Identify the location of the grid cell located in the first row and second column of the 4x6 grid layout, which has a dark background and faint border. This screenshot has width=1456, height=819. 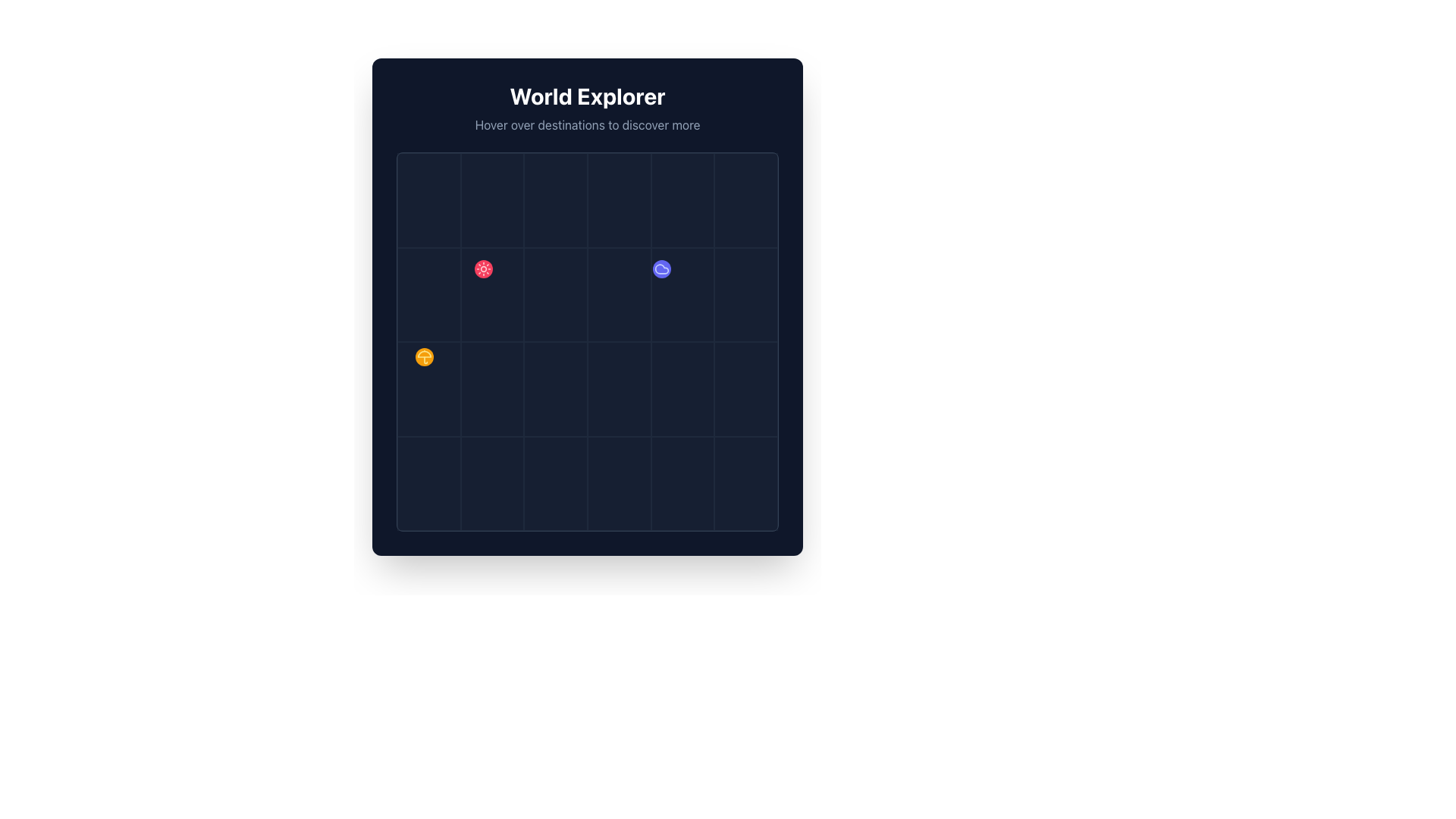
(492, 199).